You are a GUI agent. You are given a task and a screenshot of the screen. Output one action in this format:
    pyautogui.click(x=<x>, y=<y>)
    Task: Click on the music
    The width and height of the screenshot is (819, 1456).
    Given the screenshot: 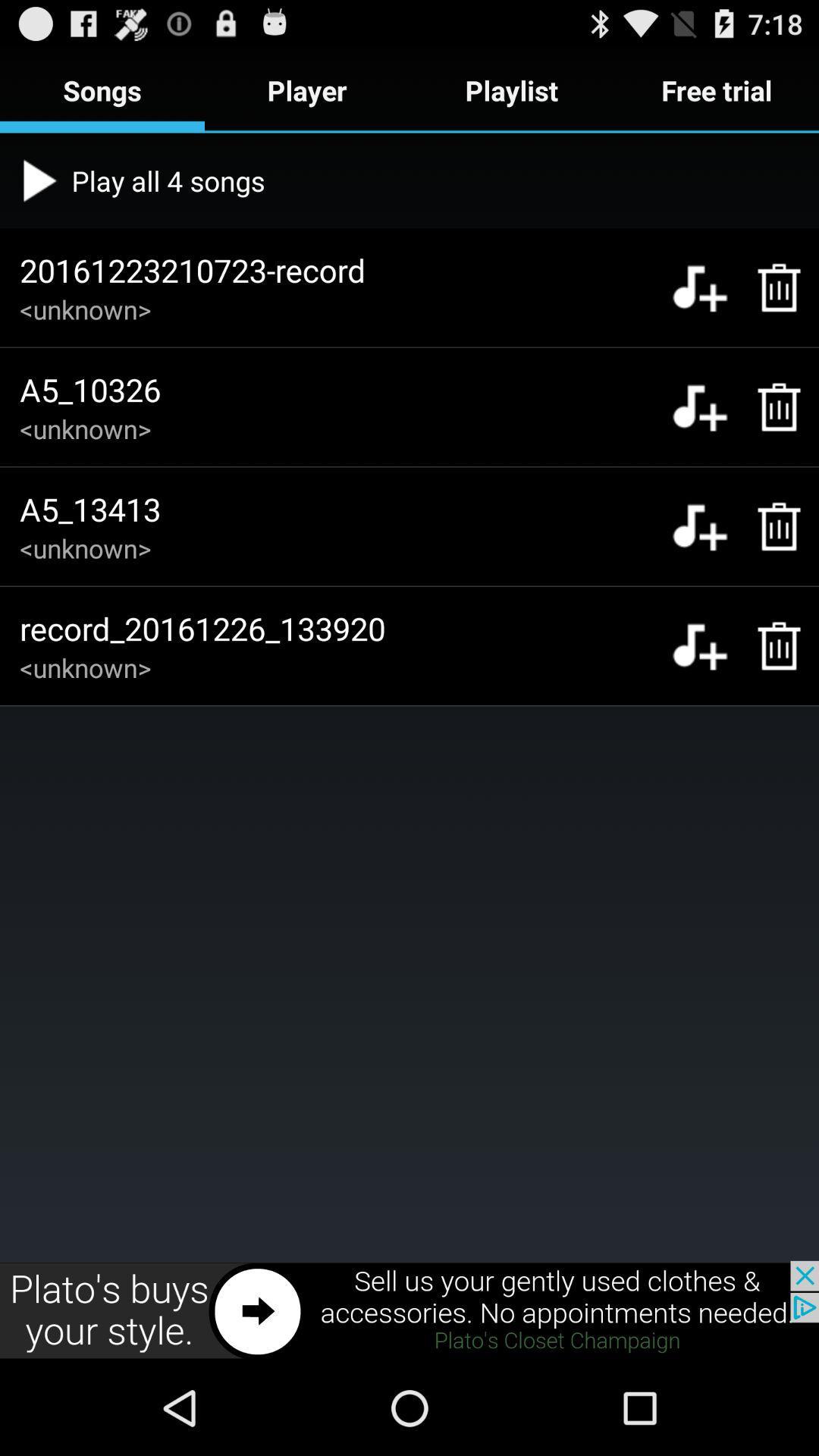 What is the action you would take?
    pyautogui.click(x=699, y=287)
    